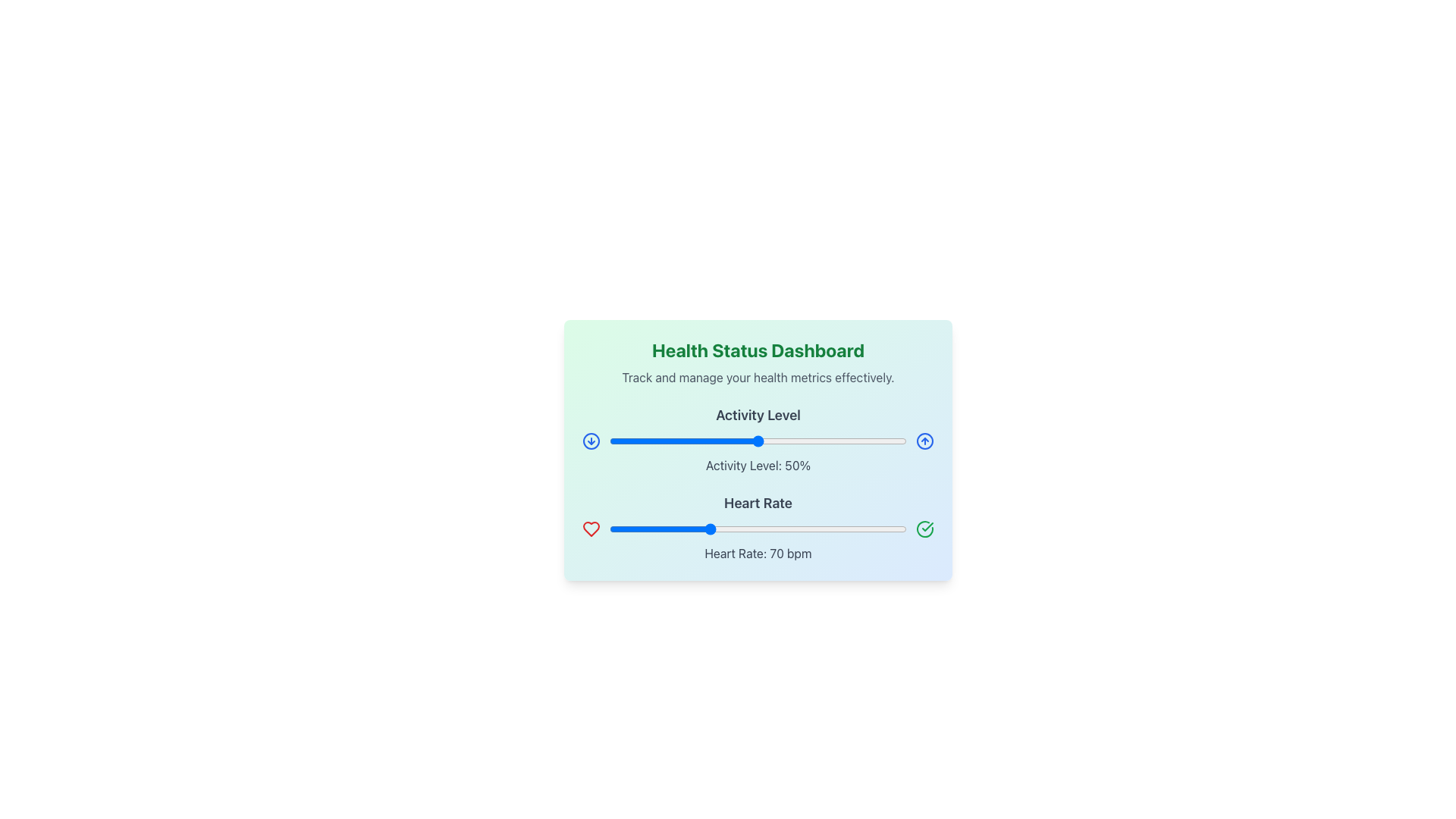 The image size is (1456, 819). Describe the element at coordinates (758, 464) in the screenshot. I see `the Static text label displaying 'Activity Level: 50%' located below the 'Activity Level' slider` at that location.